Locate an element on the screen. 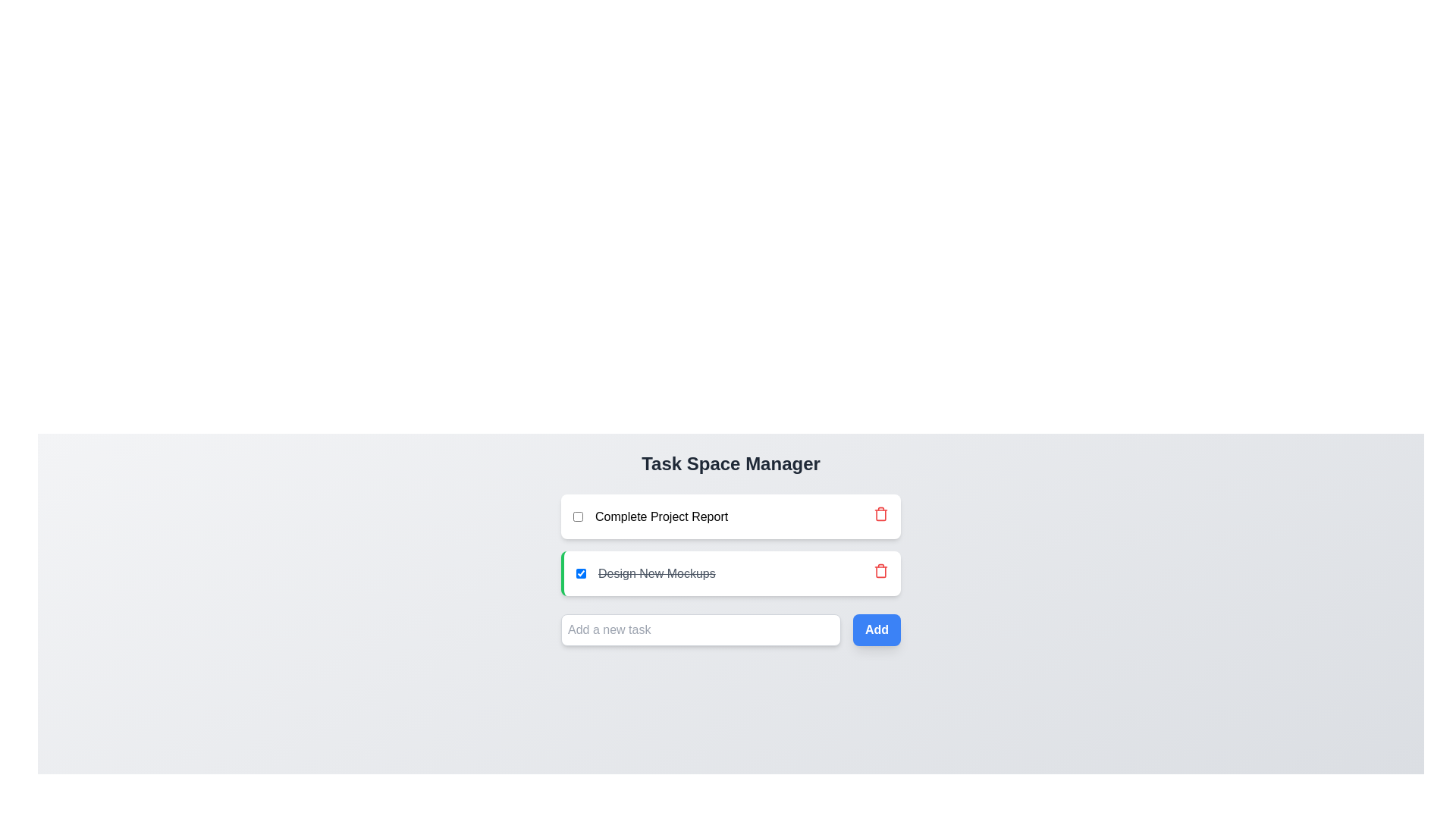 This screenshot has width=1456, height=819. the red trash bin icon button associated with the 'Design New Mockups' task in the Task Space Manager is located at coordinates (880, 513).